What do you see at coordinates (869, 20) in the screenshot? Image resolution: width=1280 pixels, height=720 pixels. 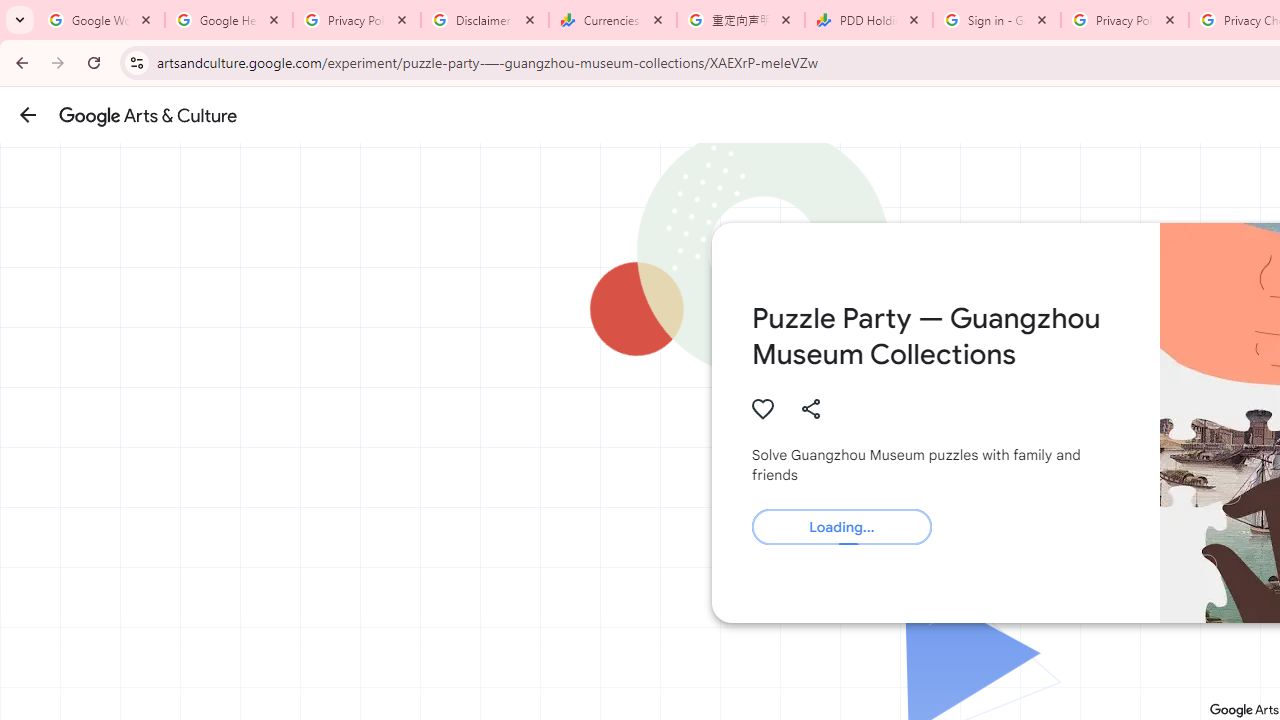 I see `'PDD Holdings Inc - ADR (PDD) Price & News - Google Finance'` at bounding box center [869, 20].